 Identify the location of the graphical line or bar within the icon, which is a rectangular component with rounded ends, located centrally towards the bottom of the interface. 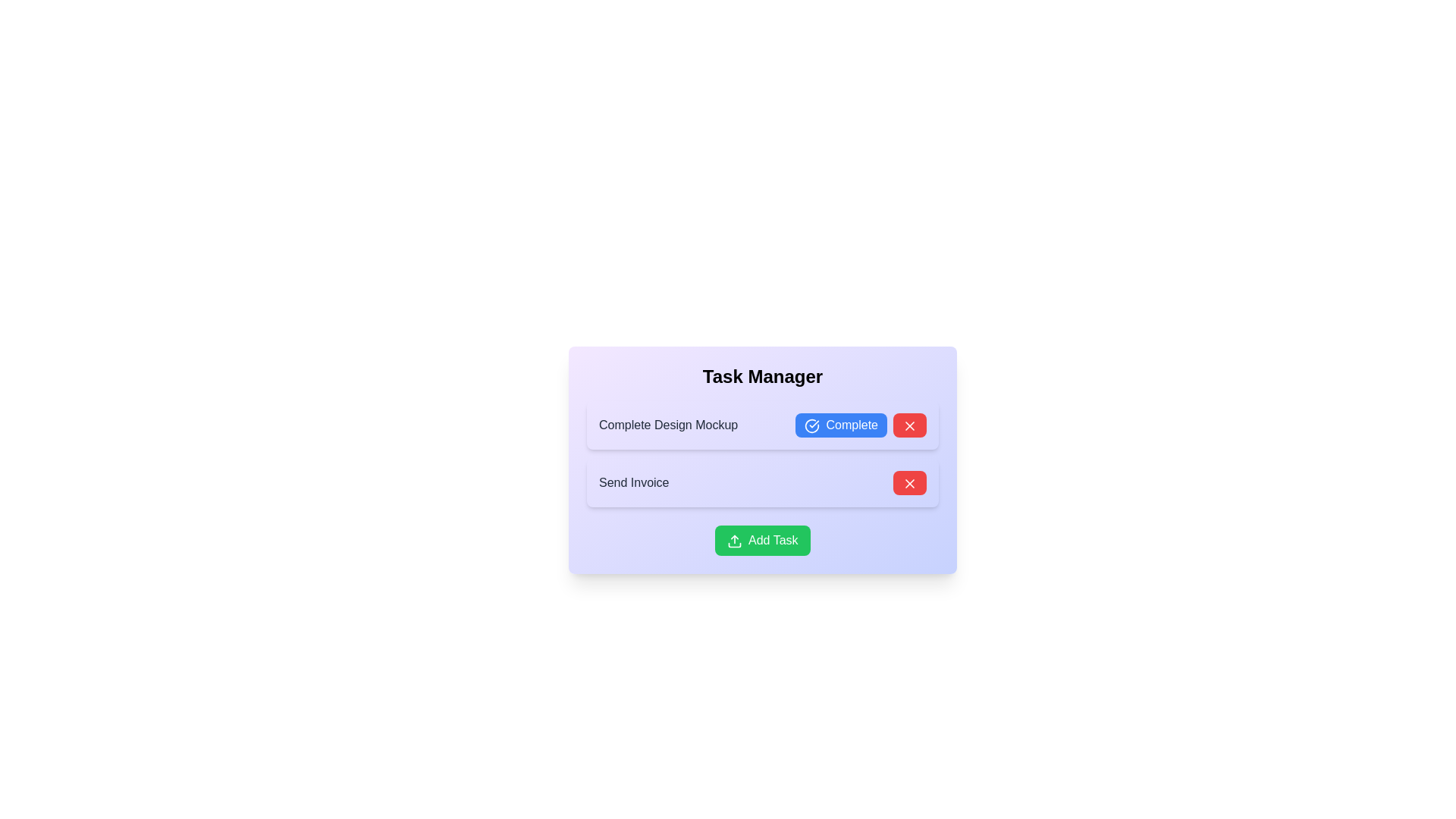
(735, 544).